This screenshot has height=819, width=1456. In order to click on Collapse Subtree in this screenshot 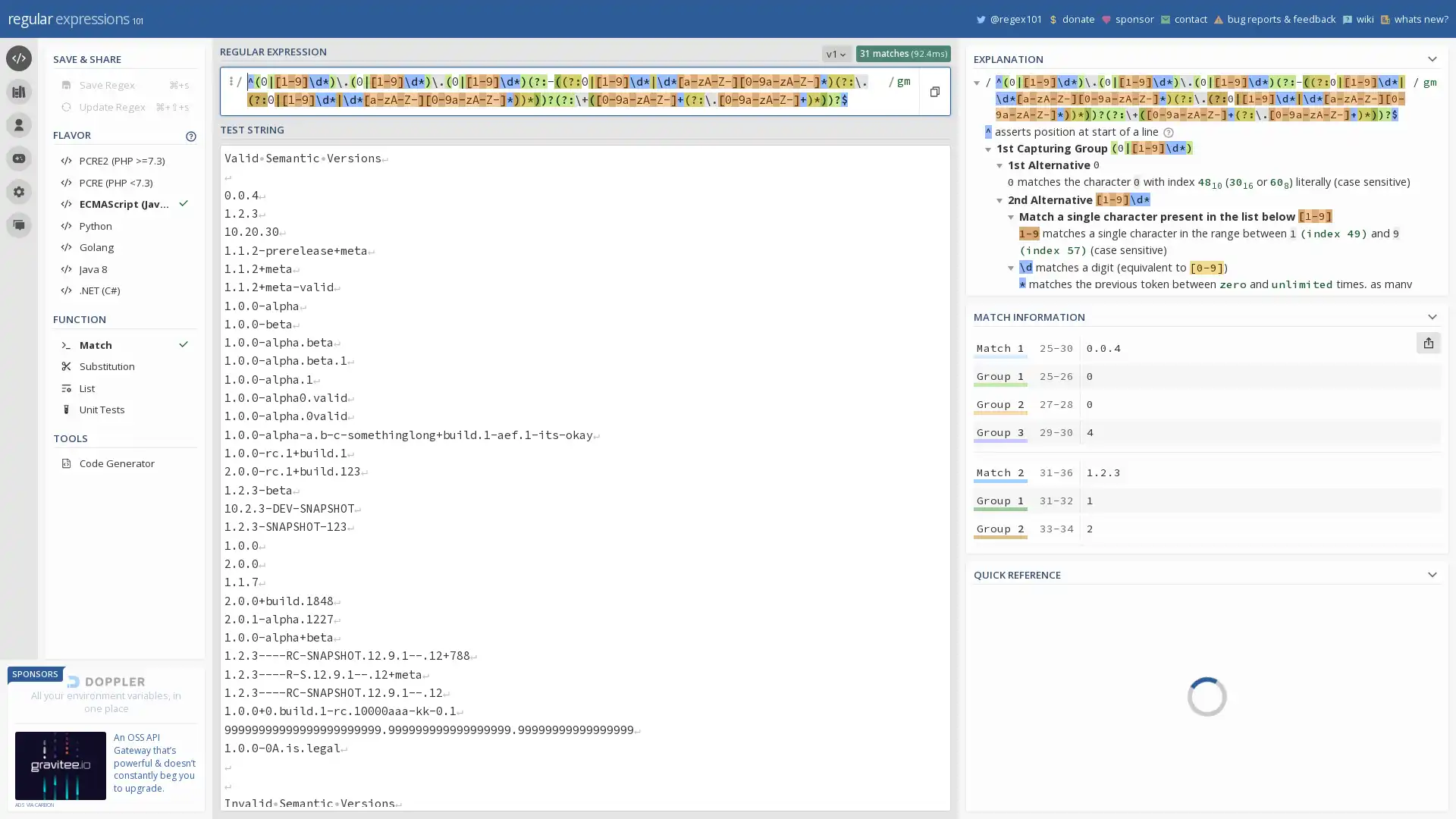, I will do `click(1002, 165)`.